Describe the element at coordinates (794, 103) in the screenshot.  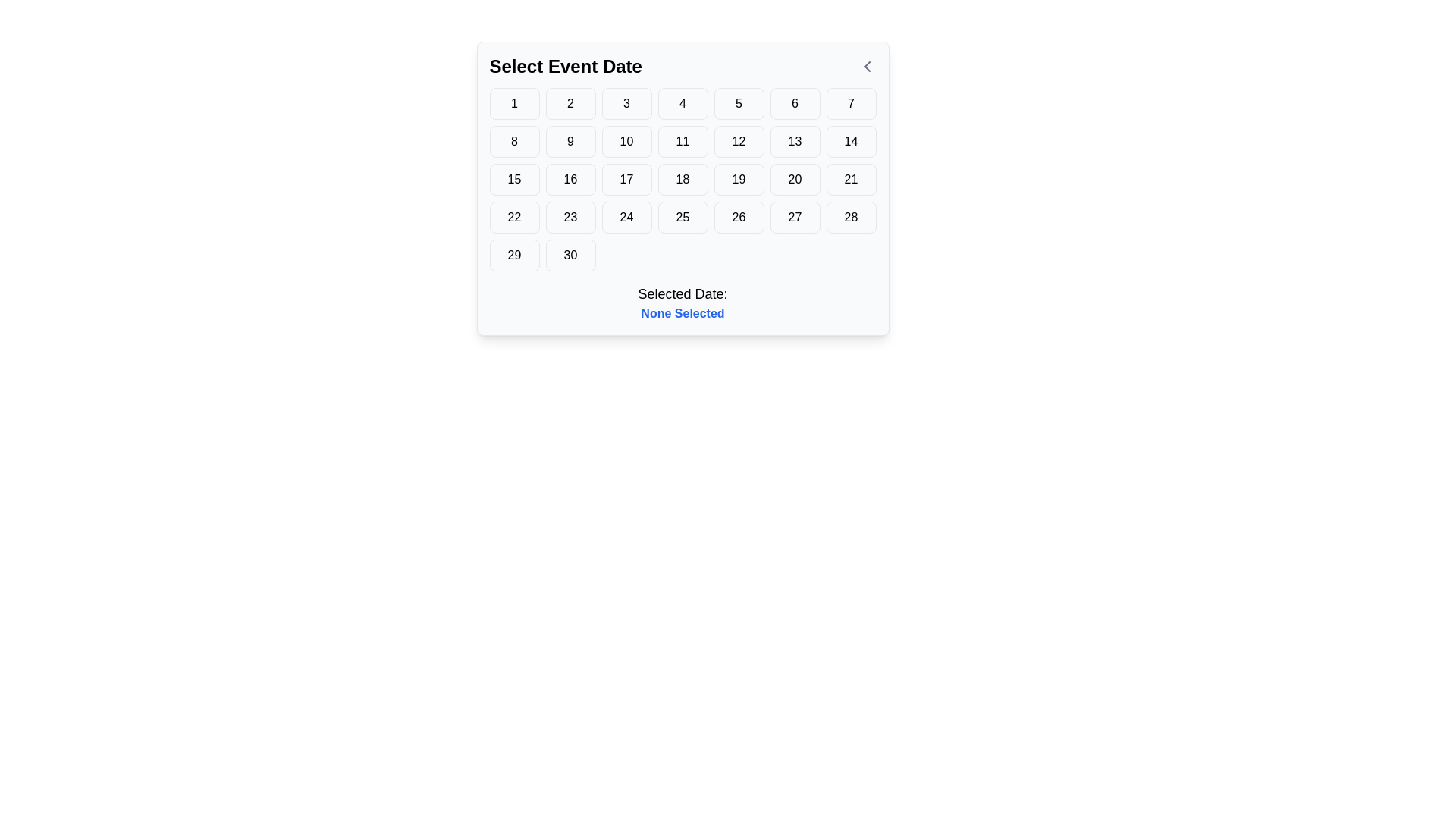
I see `the button that allows the user` at that location.